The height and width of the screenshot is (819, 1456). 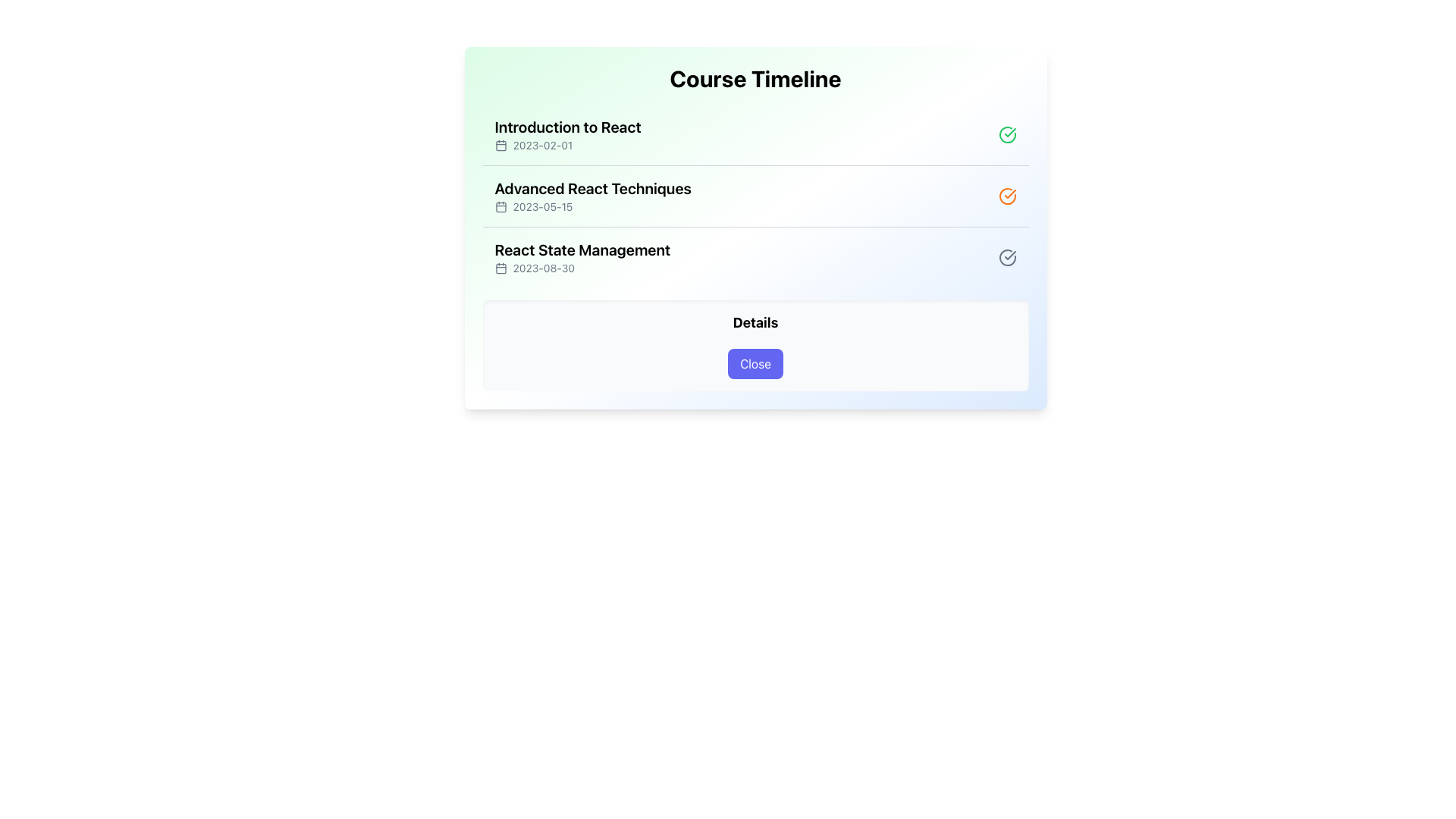 What do you see at coordinates (1009, 193) in the screenshot?
I see `the orange checkmark icon that marks the 'Advanced React Techniques' item as complete, located in the second row on the right-hand side of the interface` at bounding box center [1009, 193].